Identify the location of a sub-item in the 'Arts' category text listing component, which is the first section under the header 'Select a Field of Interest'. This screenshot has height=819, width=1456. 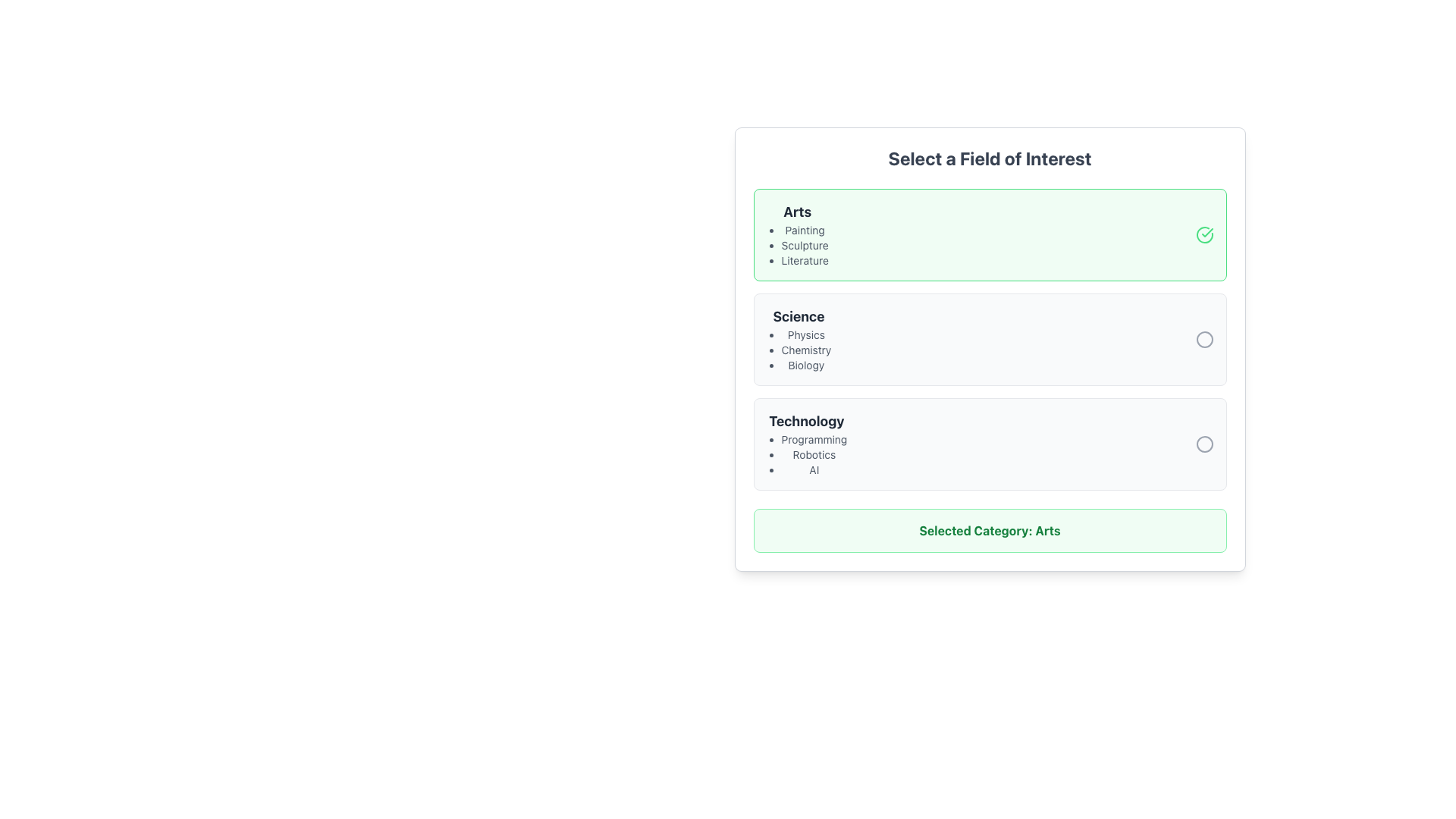
(796, 234).